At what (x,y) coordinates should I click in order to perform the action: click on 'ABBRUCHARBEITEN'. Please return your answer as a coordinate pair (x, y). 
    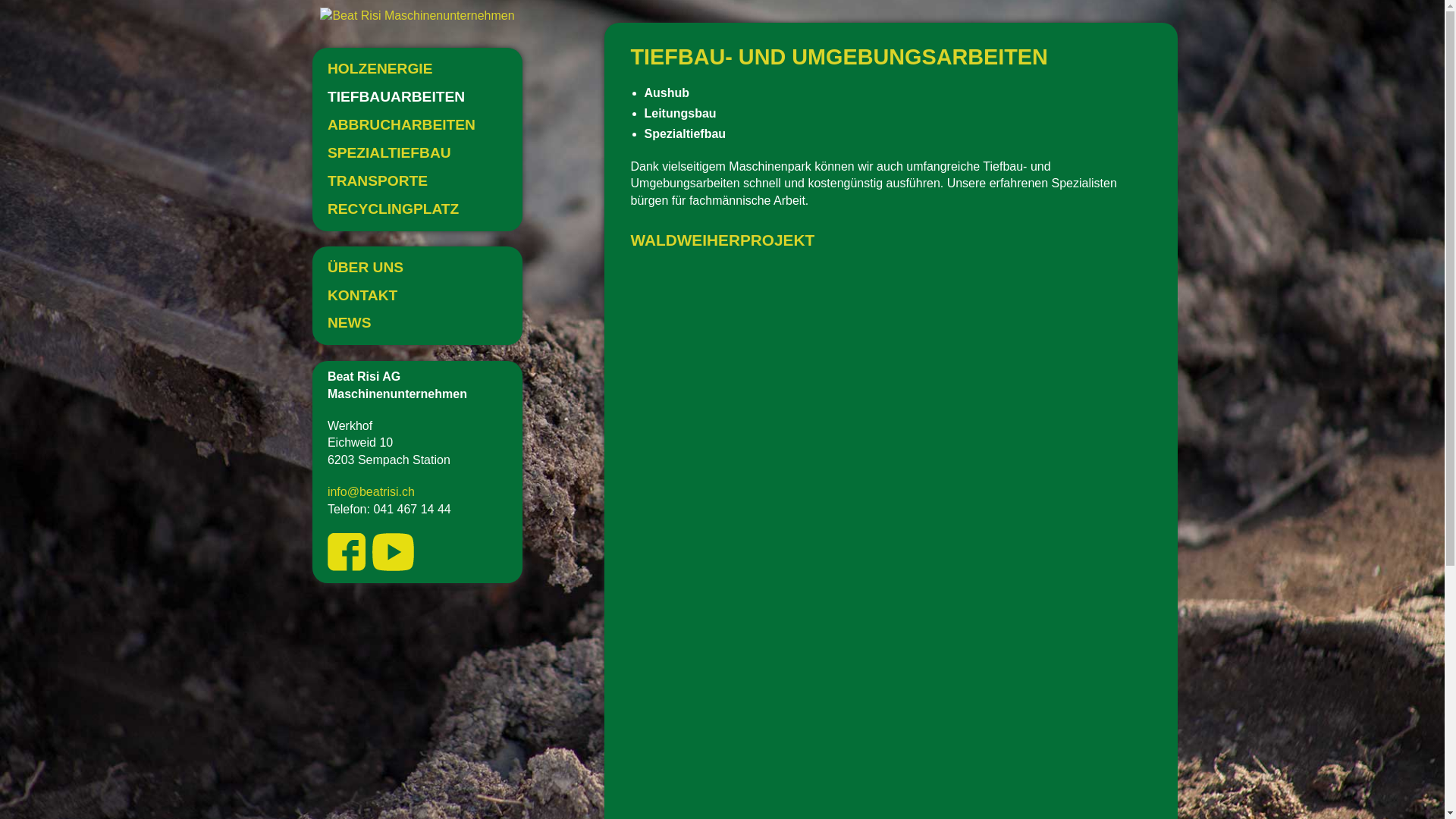
    Looking at the image, I should click on (417, 124).